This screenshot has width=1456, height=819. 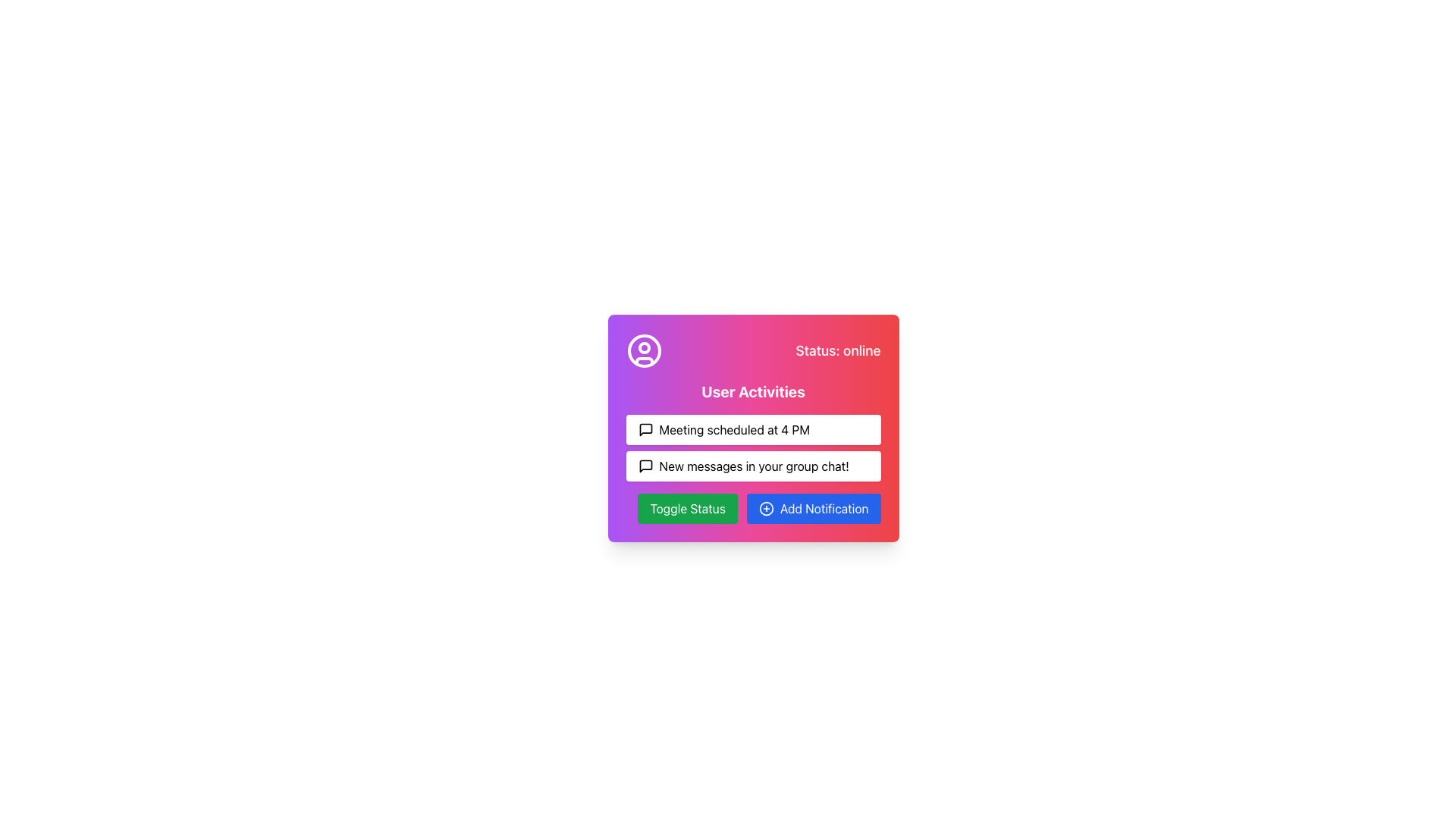 I want to click on attributes of the circular graphic (SVG circle) that forms the background of the 'Add Notification' button located in the bottom-right corner of the card, so click(x=766, y=509).